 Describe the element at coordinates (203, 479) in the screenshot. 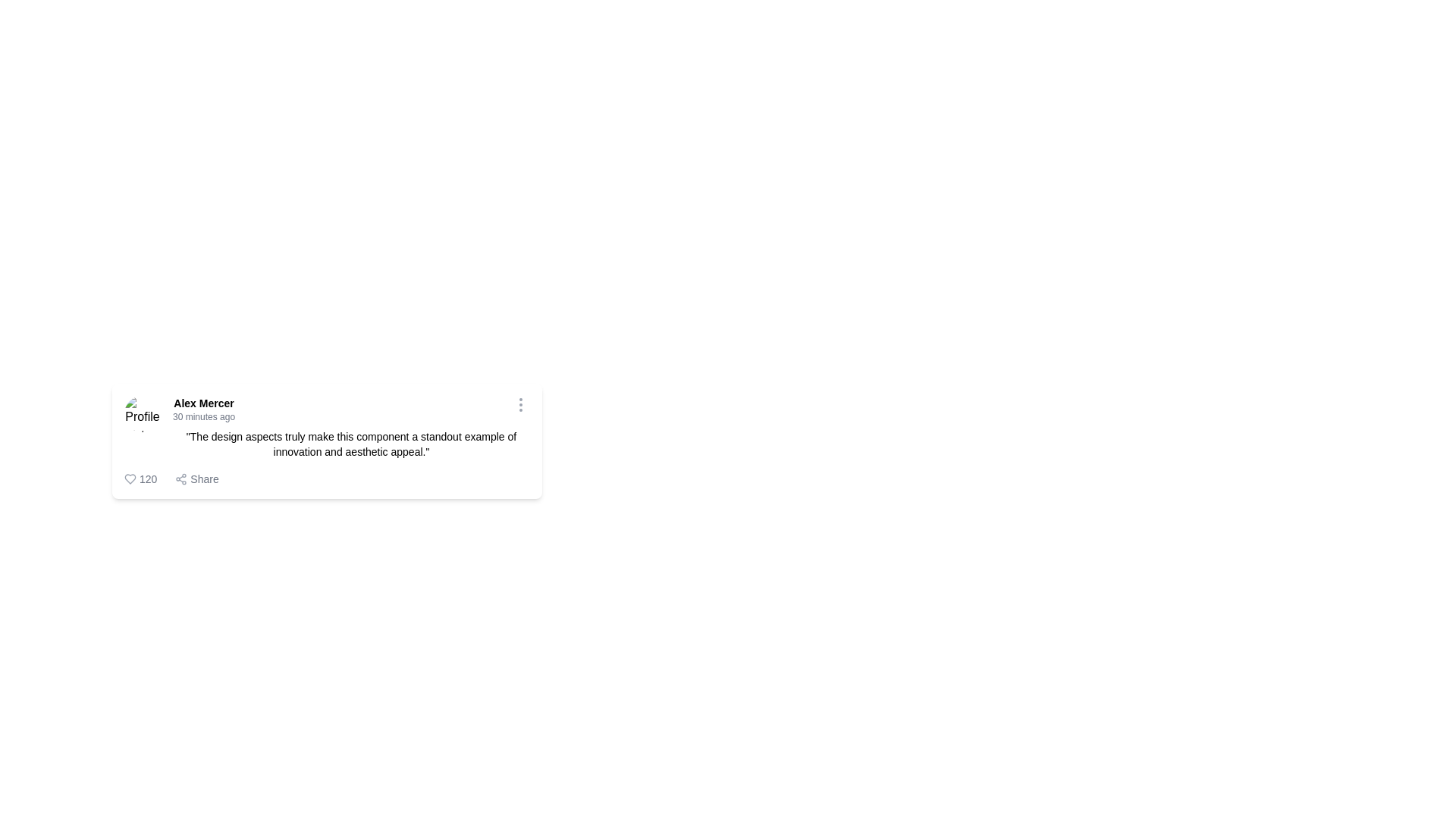

I see `the 'Share' text label, which is styled in medium-gray sans-serif font and positioned next to a share icon` at that location.